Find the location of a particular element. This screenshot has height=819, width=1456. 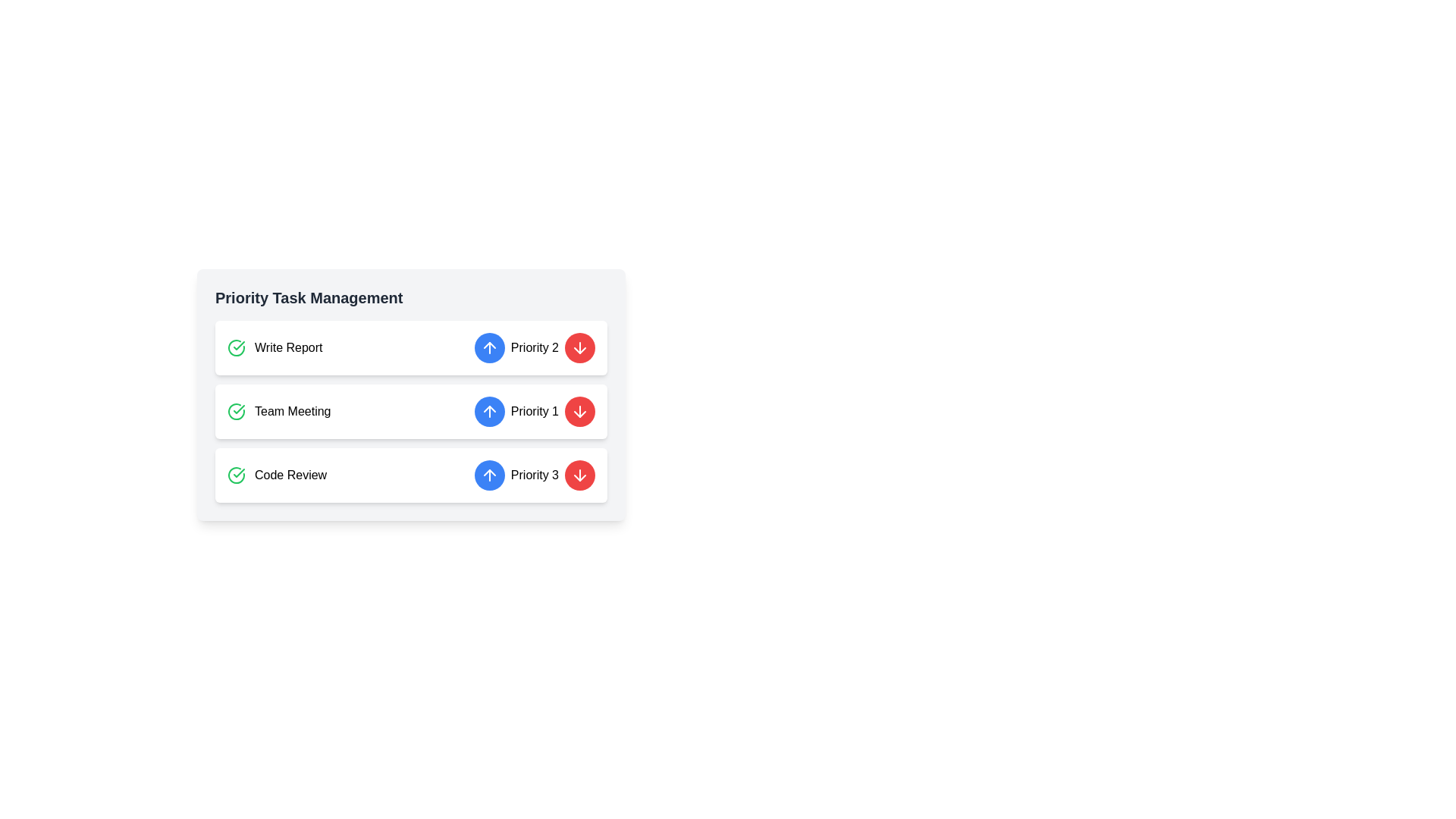

the green checkmark icon indicating success in the 'Write Report' section of the 'Priority Task Management' area is located at coordinates (238, 472).